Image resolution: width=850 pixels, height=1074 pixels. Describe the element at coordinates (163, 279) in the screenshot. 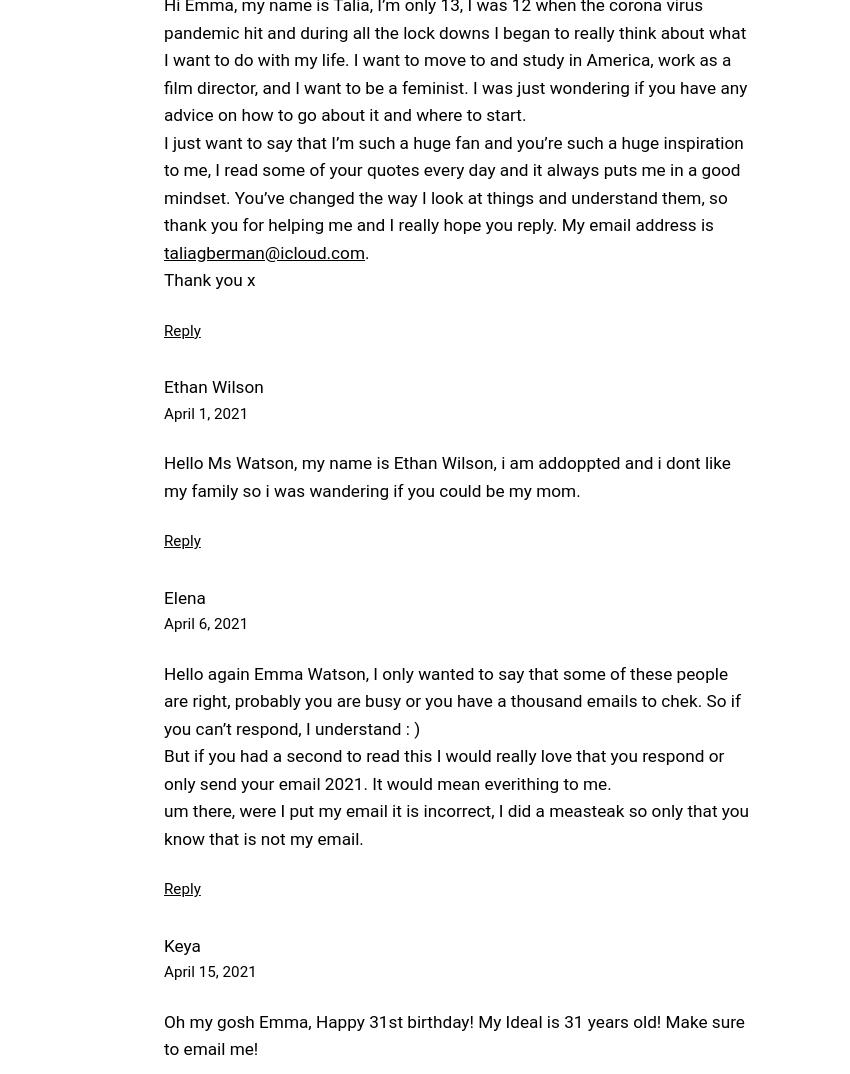

I see `'Thank you x'` at that location.